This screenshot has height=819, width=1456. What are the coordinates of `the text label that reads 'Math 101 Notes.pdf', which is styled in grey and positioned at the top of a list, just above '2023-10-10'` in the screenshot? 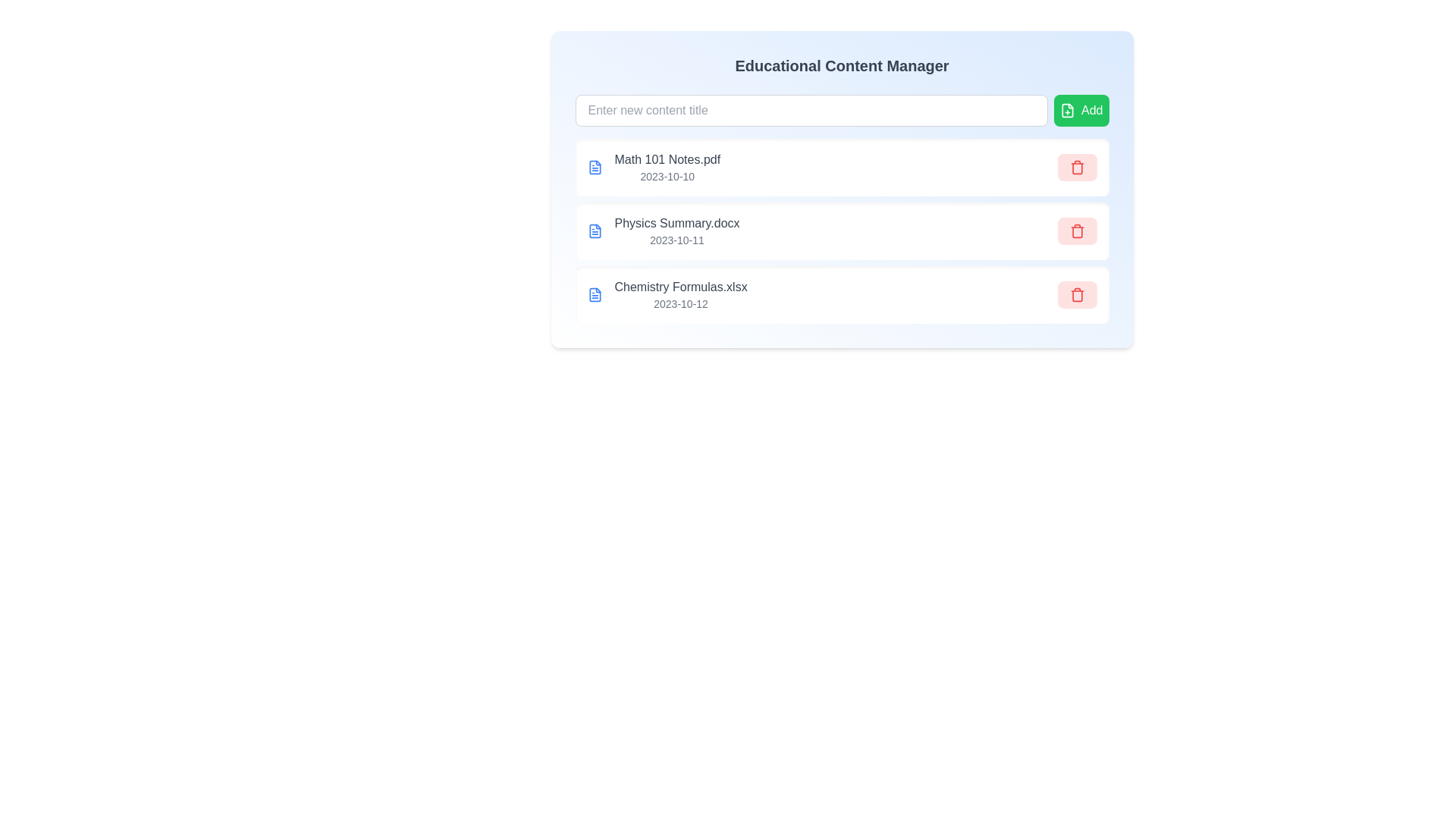 It's located at (667, 160).